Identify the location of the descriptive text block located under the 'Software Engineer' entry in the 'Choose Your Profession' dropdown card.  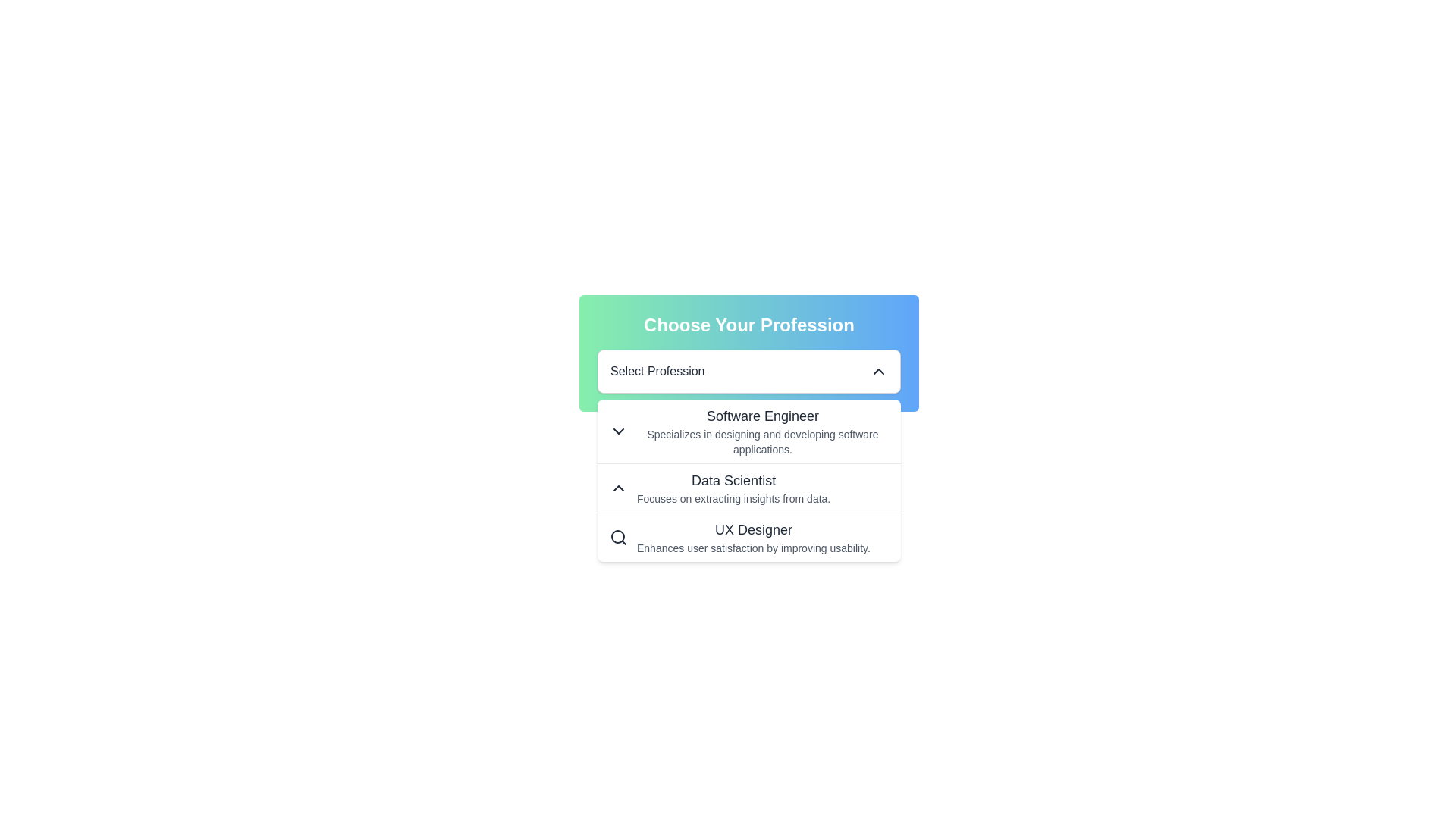
(763, 441).